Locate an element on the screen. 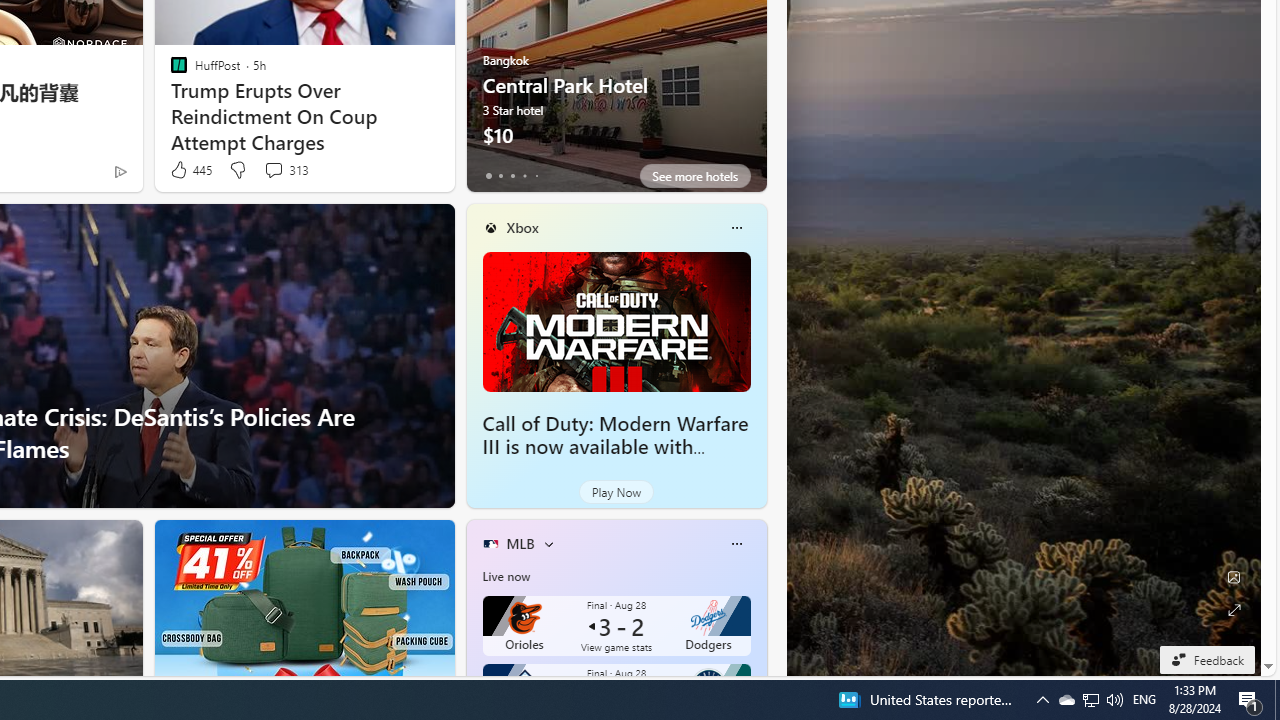 This screenshot has width=1280, height=720. 'Feedback' is located at coordinates (1205, 659).